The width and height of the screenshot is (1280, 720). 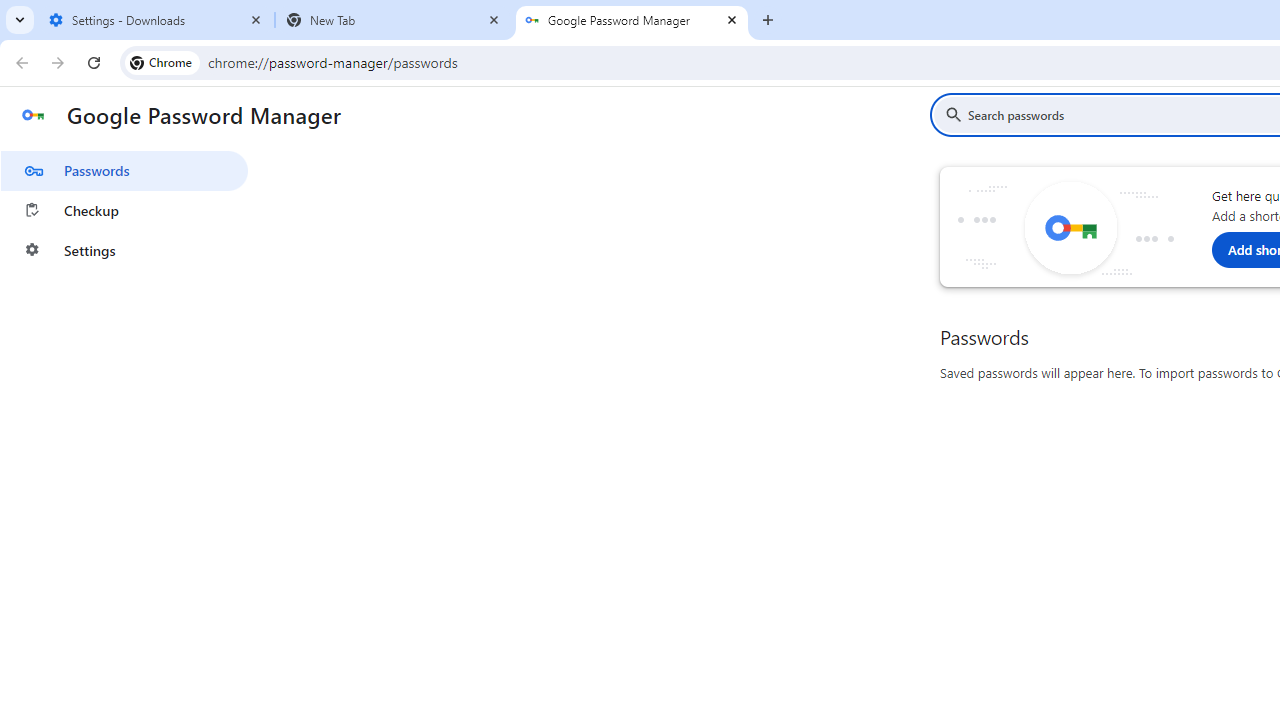 I want to click on 'New Tab', so click(x=394, y=20).